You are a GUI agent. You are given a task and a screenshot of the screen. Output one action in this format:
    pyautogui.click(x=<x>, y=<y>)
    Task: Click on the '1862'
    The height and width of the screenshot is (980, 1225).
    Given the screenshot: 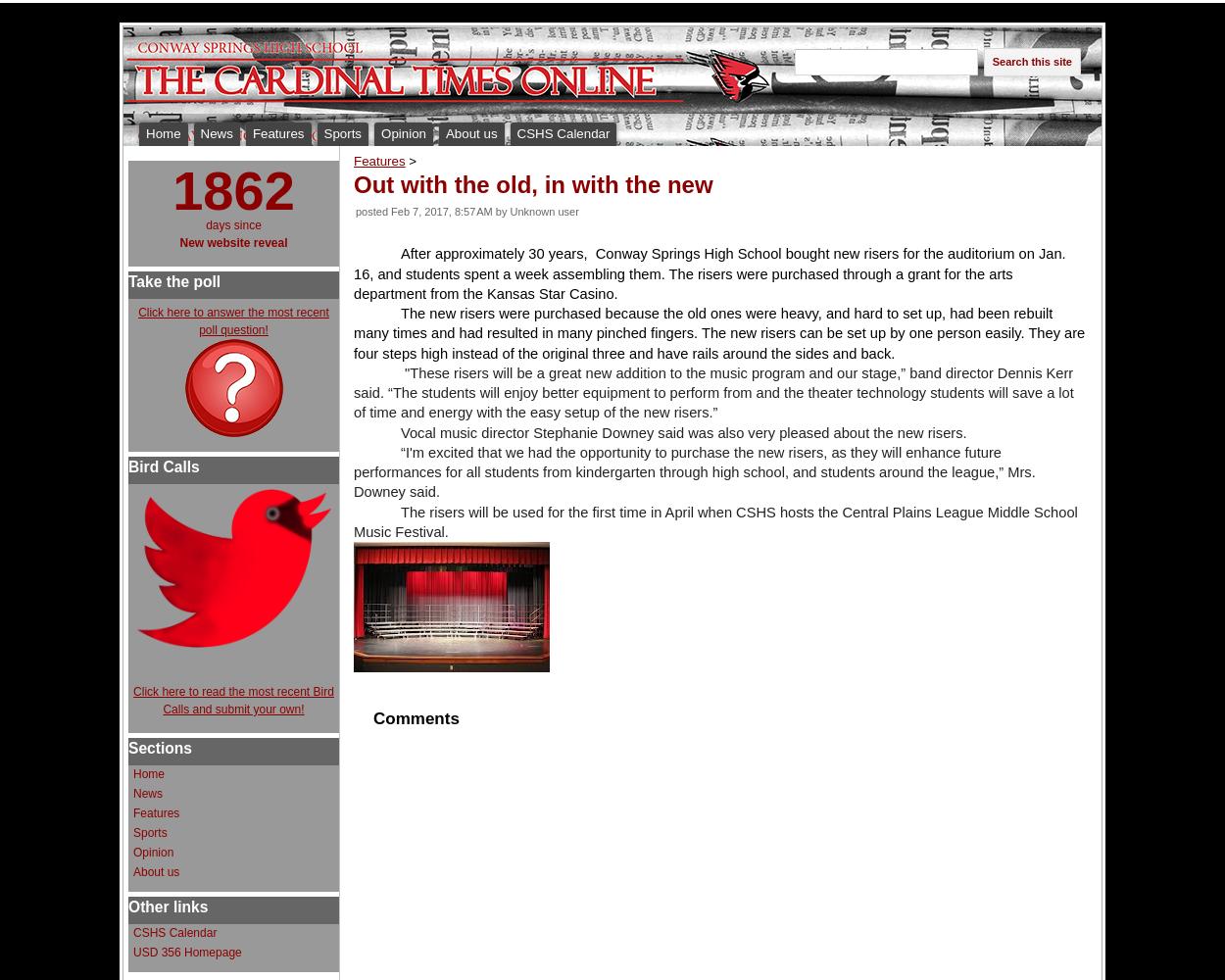 What is the action you would take?
    pyautogui.click(x=232, y=188)
    